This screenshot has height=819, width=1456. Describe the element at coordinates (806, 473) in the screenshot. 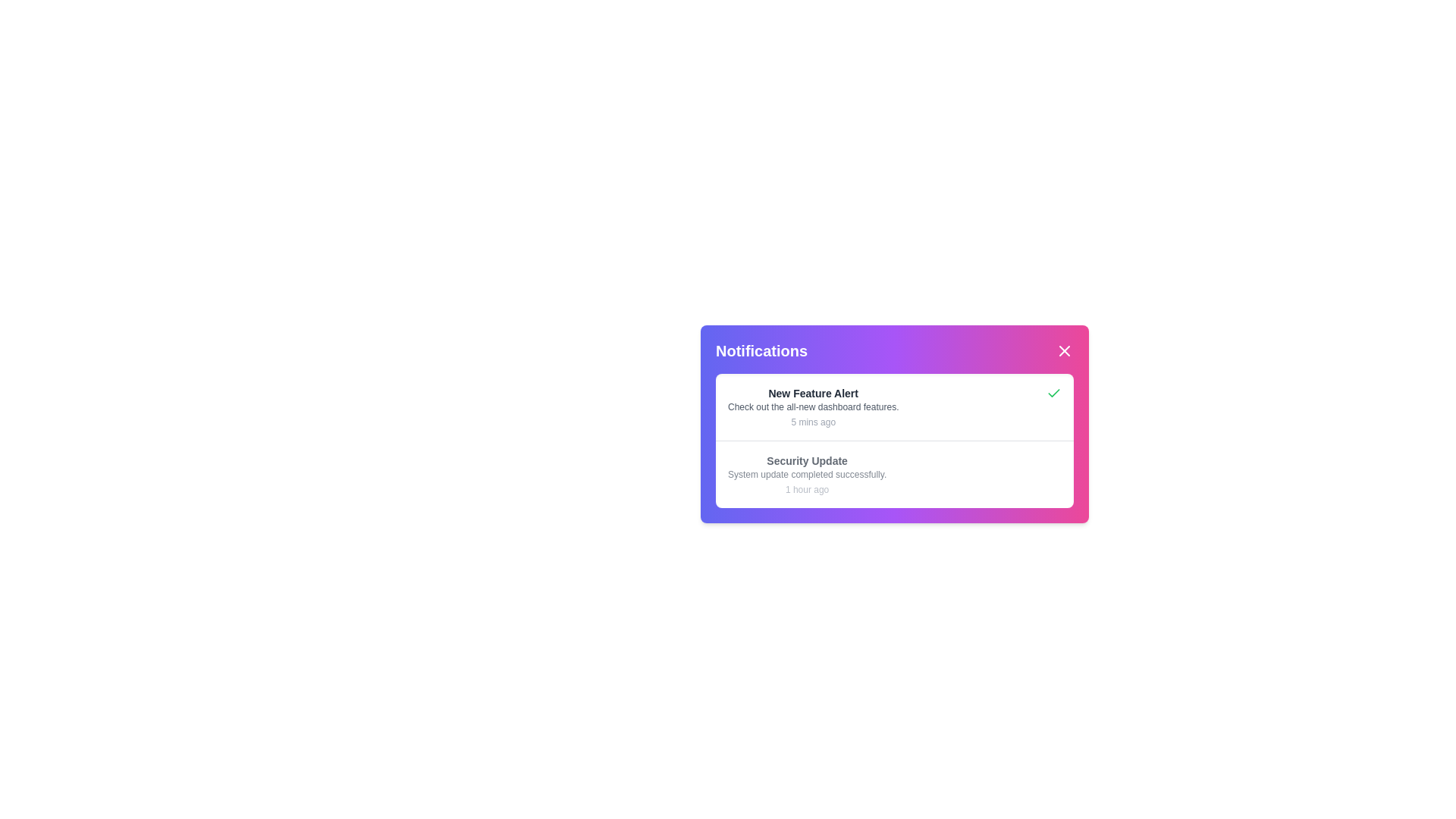

I see `the text label that reads 'System update completed successfully.', which is styled with a small font size and light gray color, located below the bold title 'Security Update'` at that location.